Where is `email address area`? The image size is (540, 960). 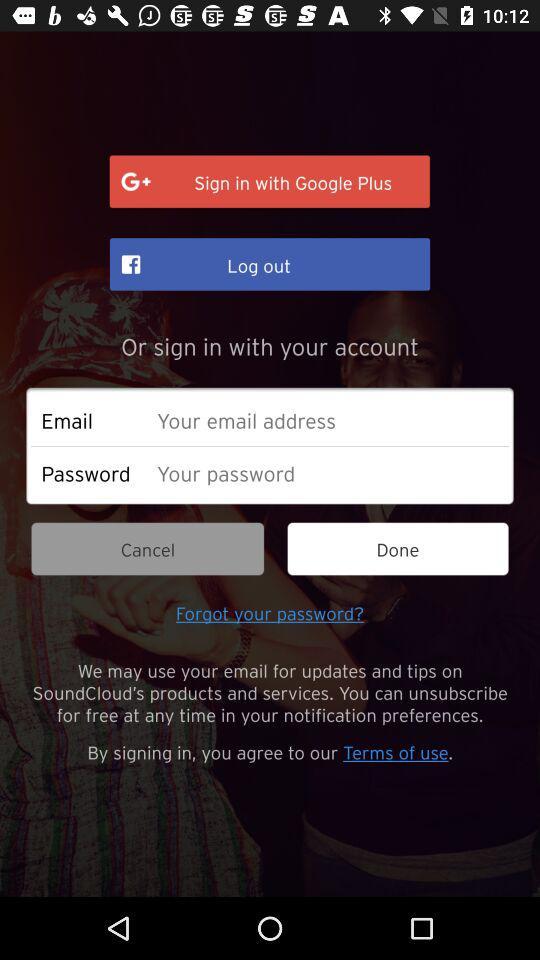
email address area is located at coordinates (327, 419).